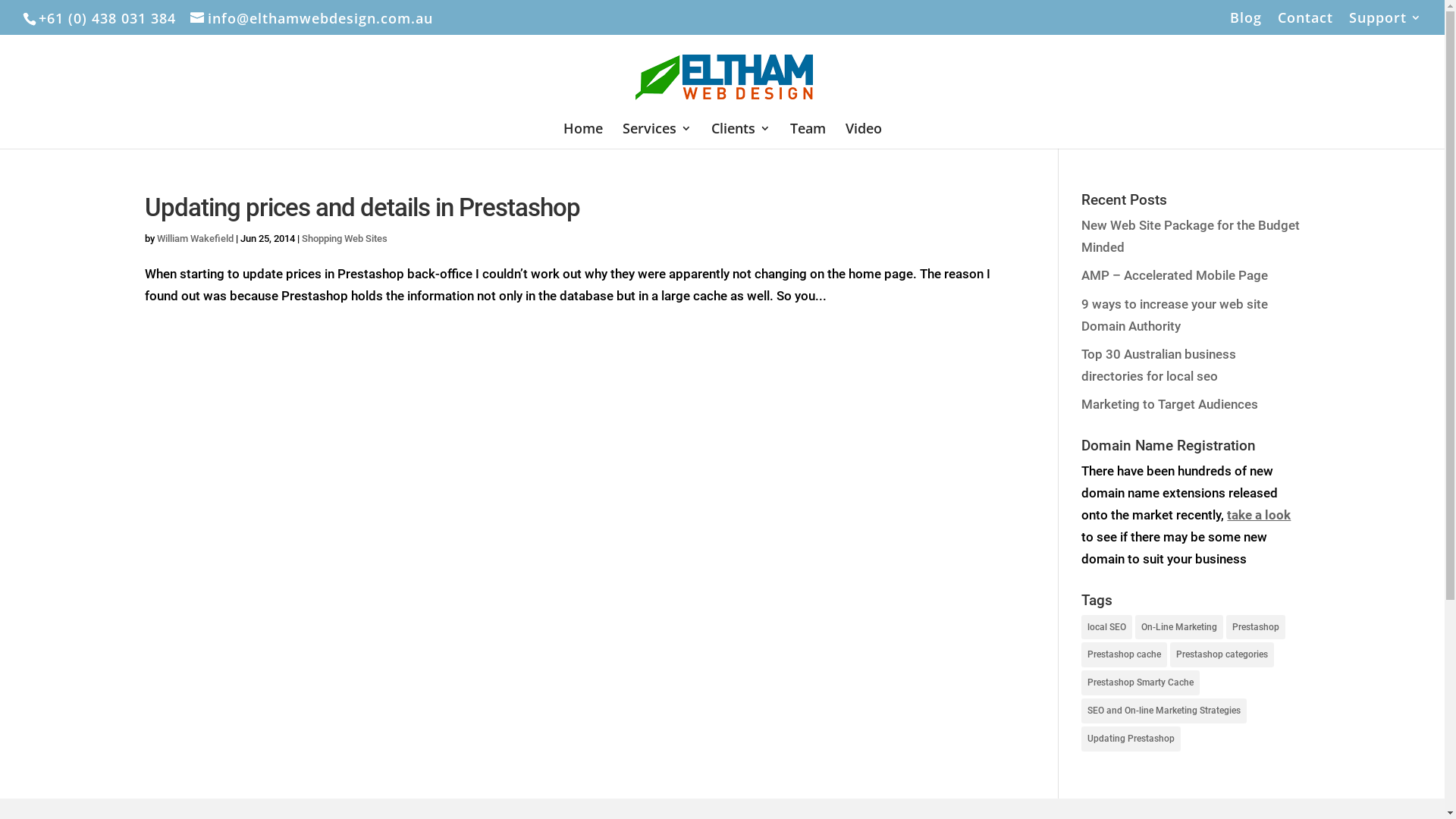  Describe the element at coordinates (1140, 682) in the screenshot. I see `'Prestashop Smarty Cache'` at that location.